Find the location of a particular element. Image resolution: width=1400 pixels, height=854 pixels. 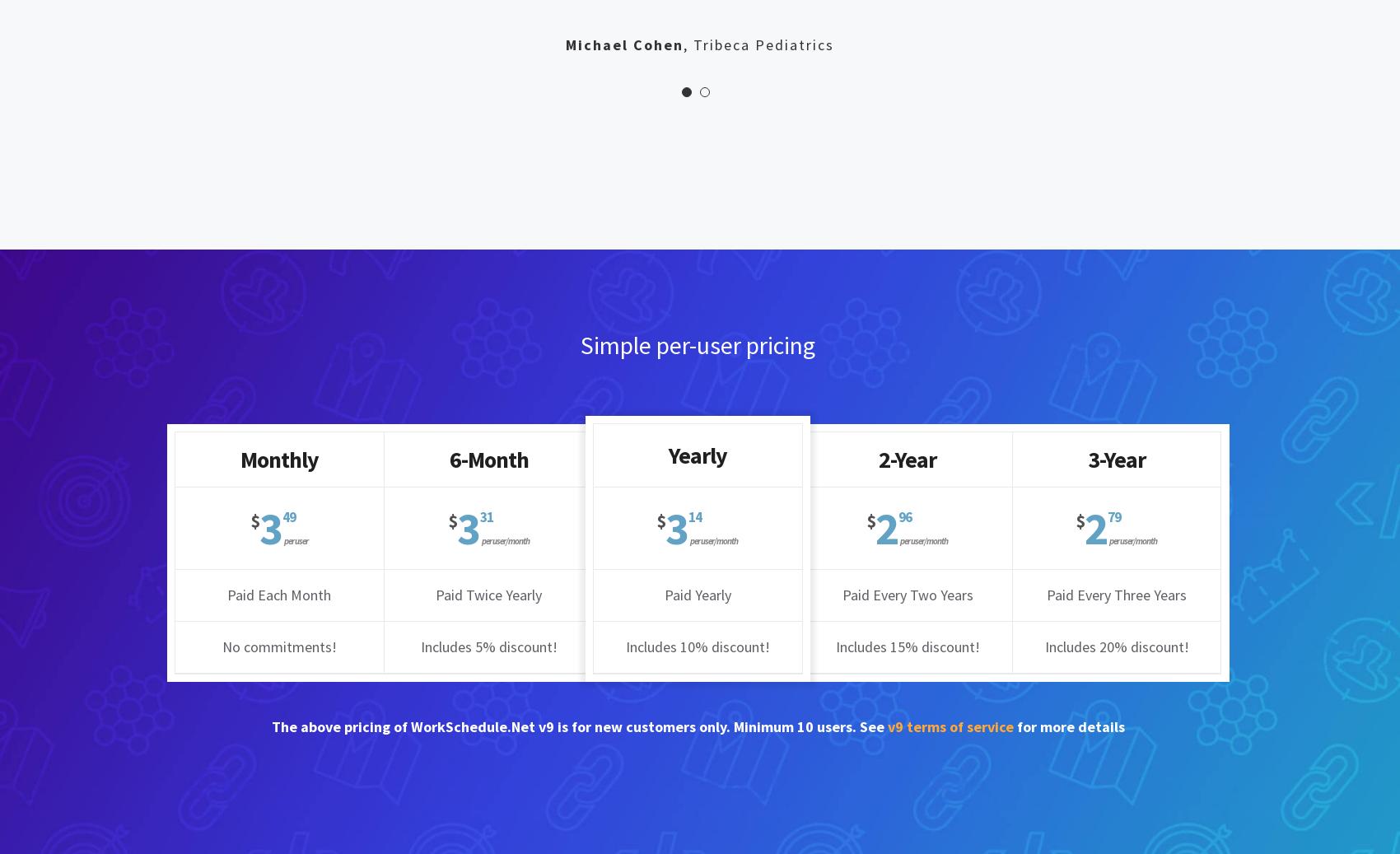

'Monthly' is located at coordinates (240, 458).